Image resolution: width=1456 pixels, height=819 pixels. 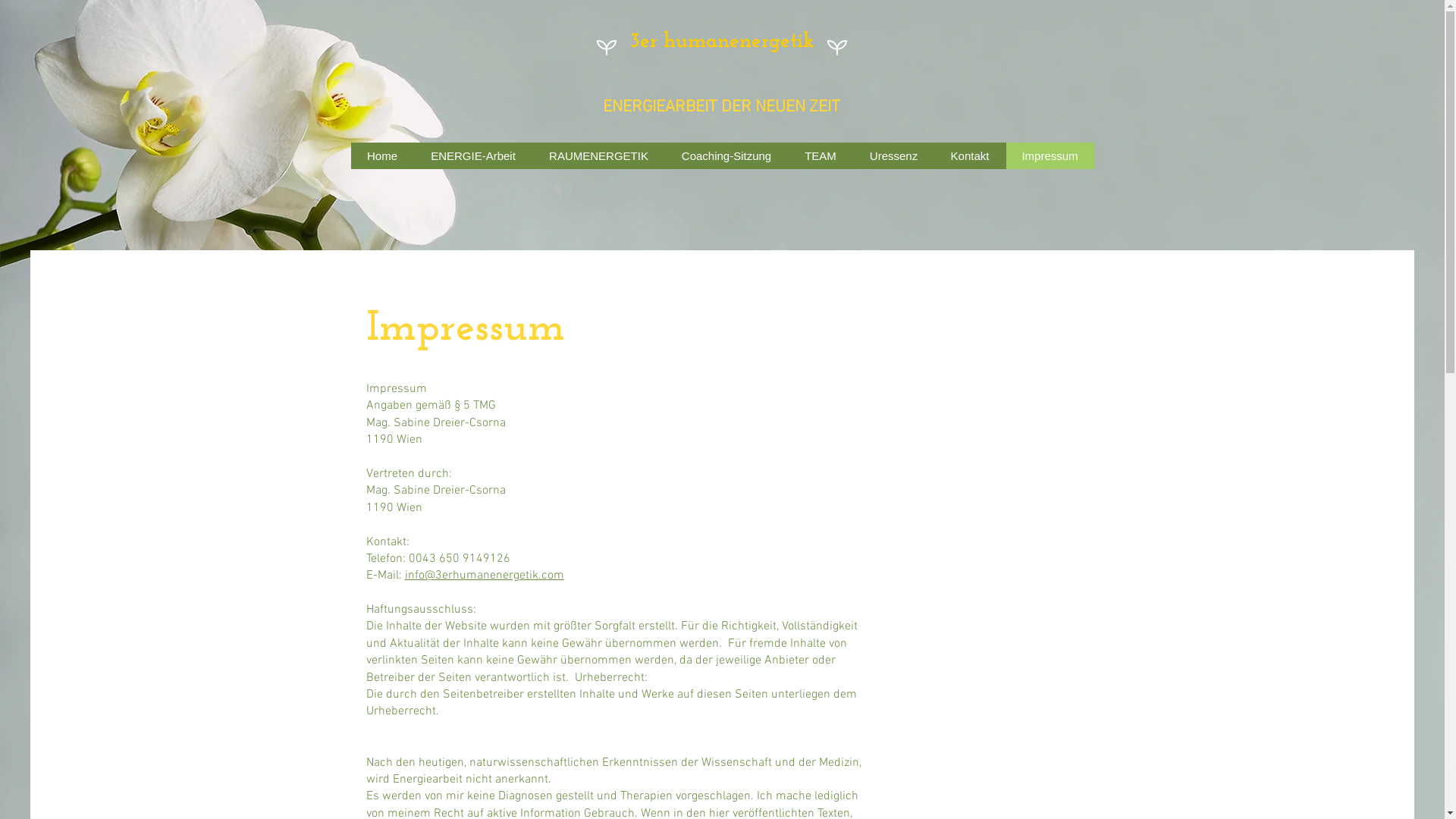 I want to click on 'Uressenz', so click(x=893, y=155).